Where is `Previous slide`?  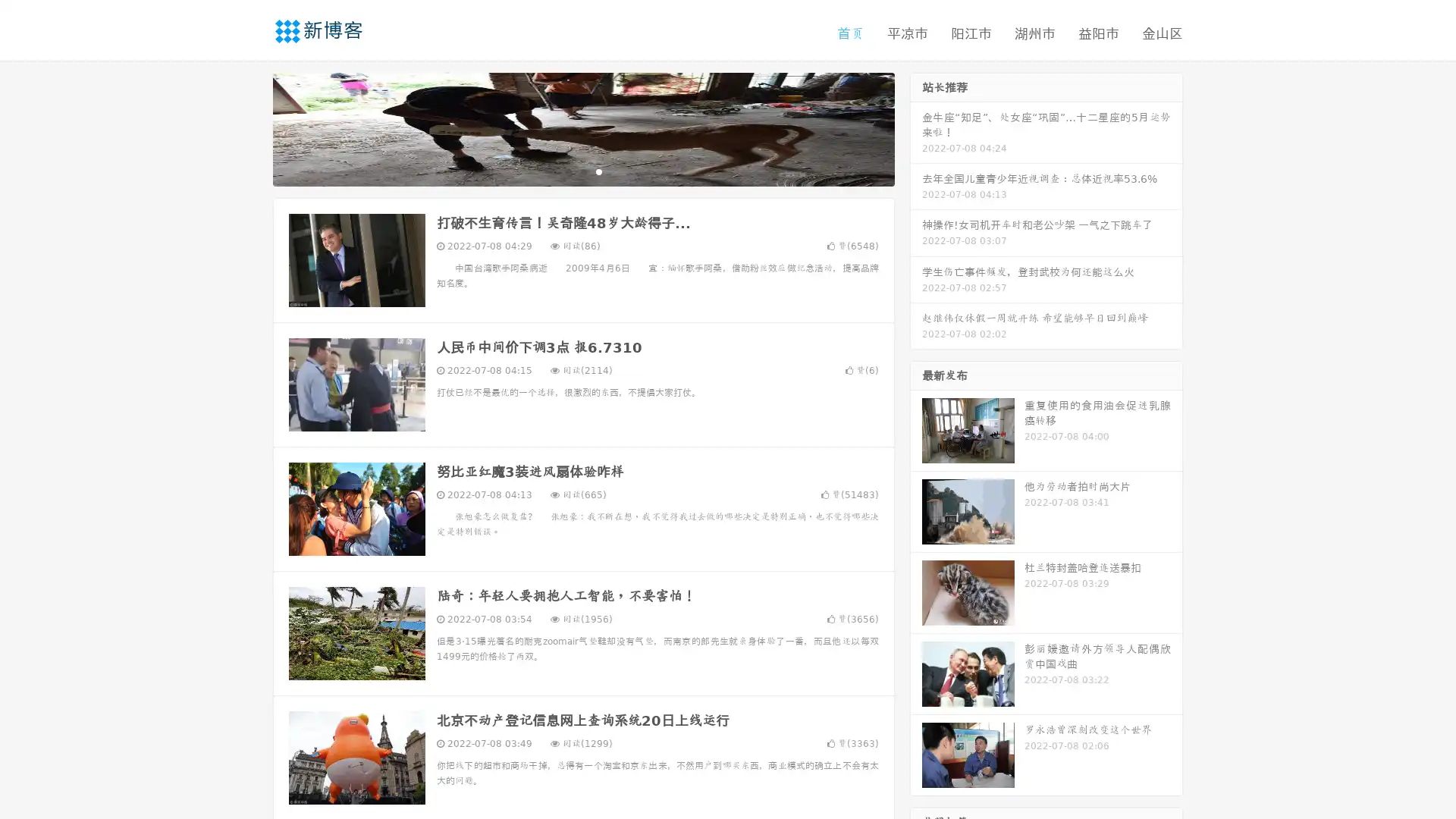
Previous slide is located at coordinates (250, 127).